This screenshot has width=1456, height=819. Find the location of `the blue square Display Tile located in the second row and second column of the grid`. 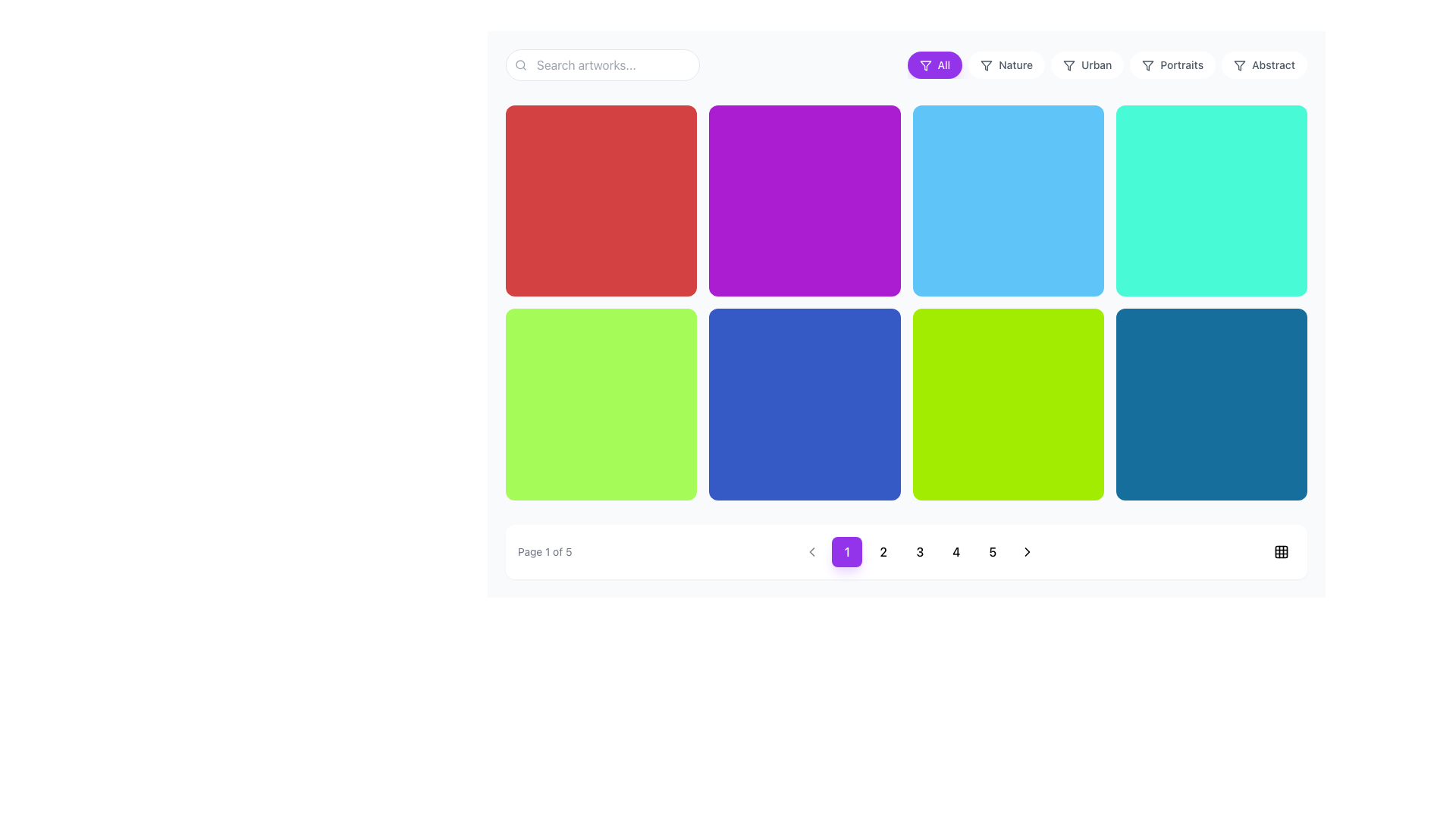

the blue square Display Tile located in the second row and second column of the grid is located at coordinates (804, 403).